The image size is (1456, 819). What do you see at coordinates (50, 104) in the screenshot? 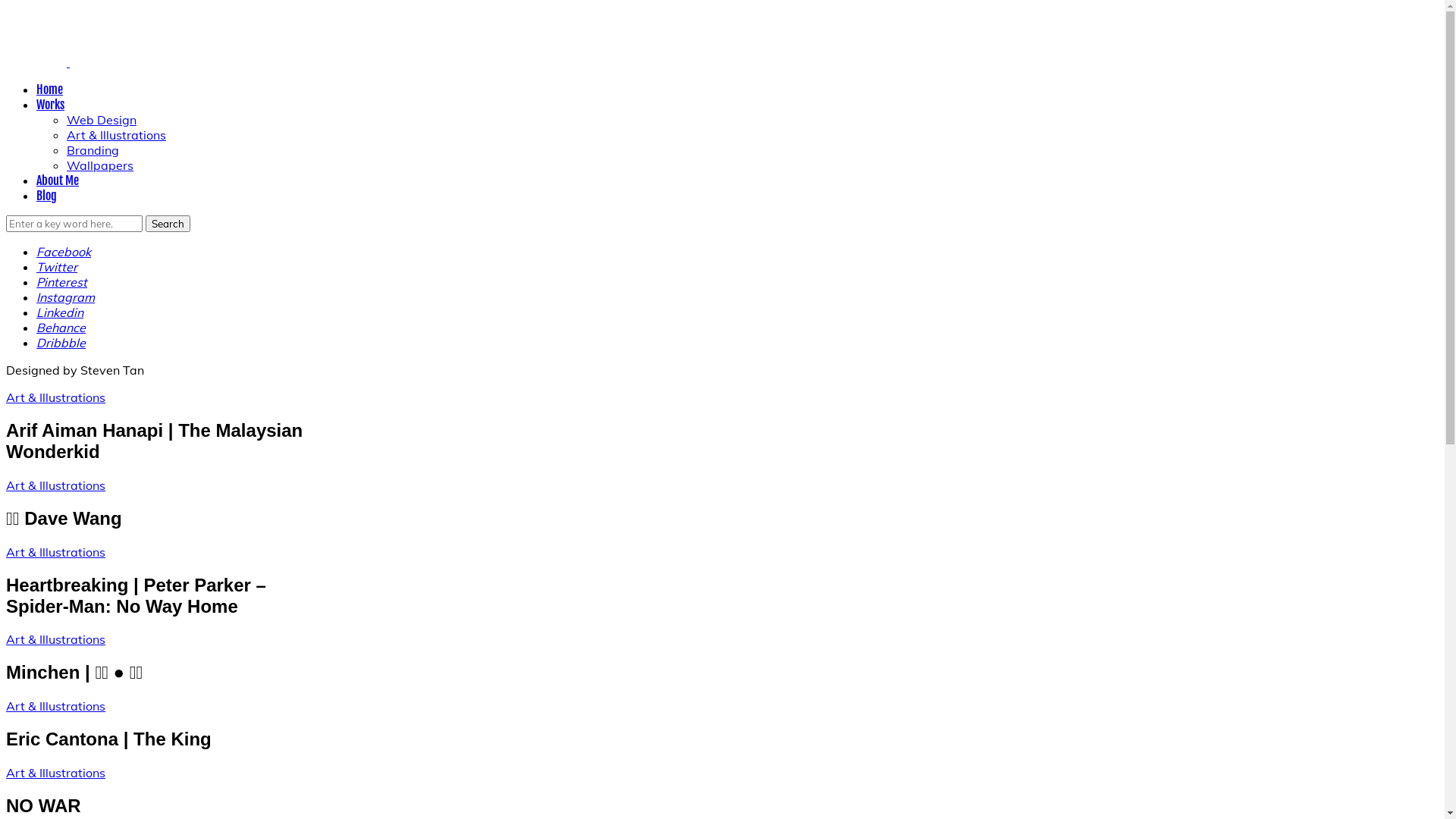
I see `'Works'` at bounding box center [50, 104].